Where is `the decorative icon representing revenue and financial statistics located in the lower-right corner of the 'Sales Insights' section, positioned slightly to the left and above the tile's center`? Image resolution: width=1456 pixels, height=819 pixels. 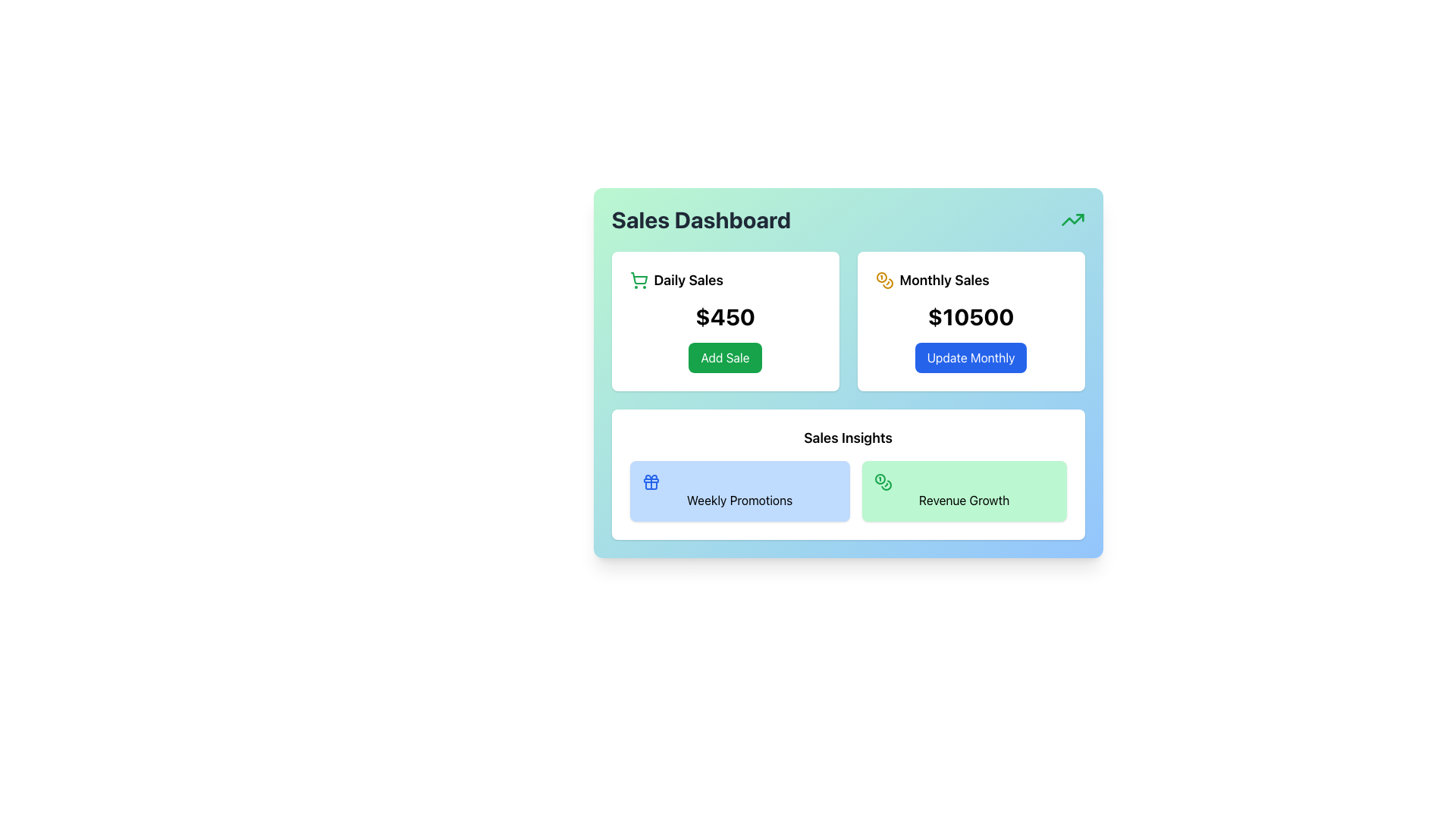 the decorative icon representing revenue and financial statistics located in the lower-right corner of the 'Sales Insights' section, positioned slightly to the left and above the tile's center is located at coordinates (883, 482).